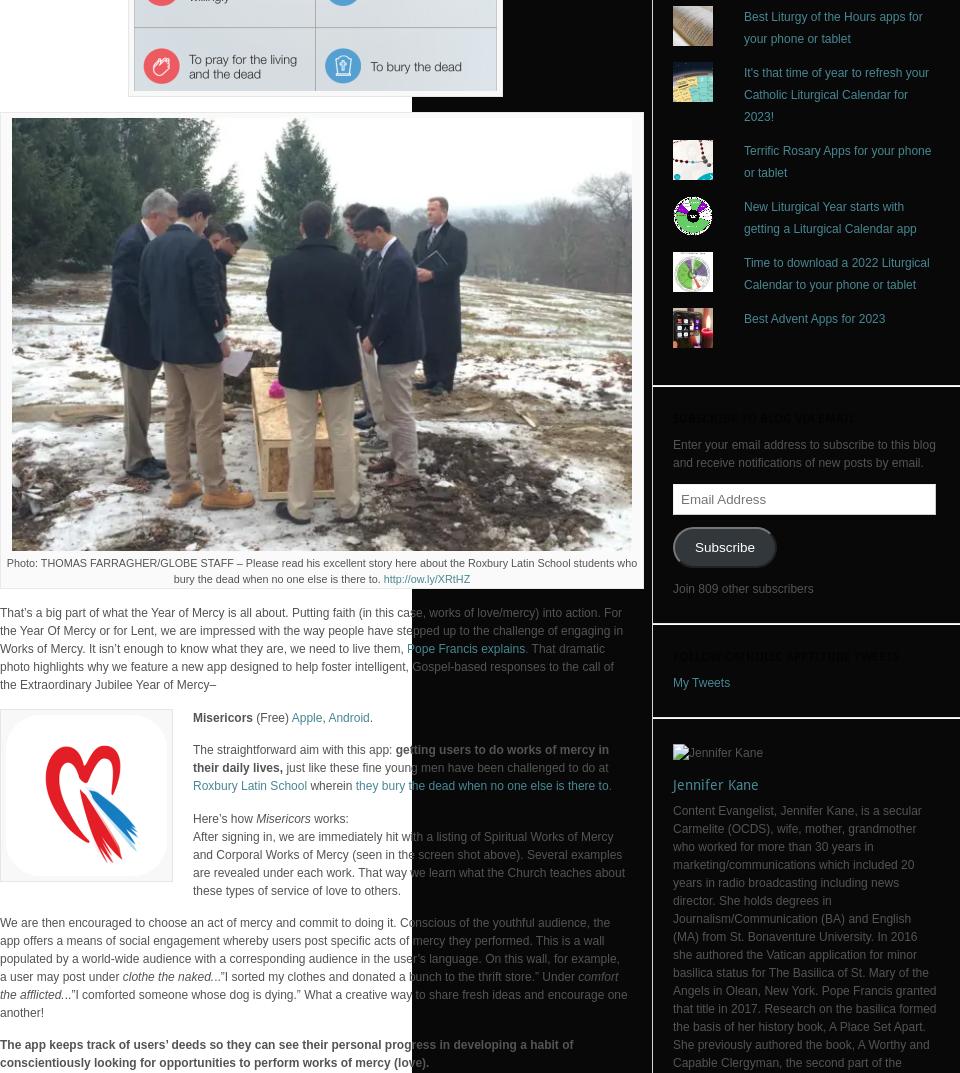 The height and width of the screenshot is (1073, 960). What do you see at coordinates (192, 758) in the screenshot?
I see `'getting users to do works of mercy in their daily lives,'` at bounding box center [192, 758].